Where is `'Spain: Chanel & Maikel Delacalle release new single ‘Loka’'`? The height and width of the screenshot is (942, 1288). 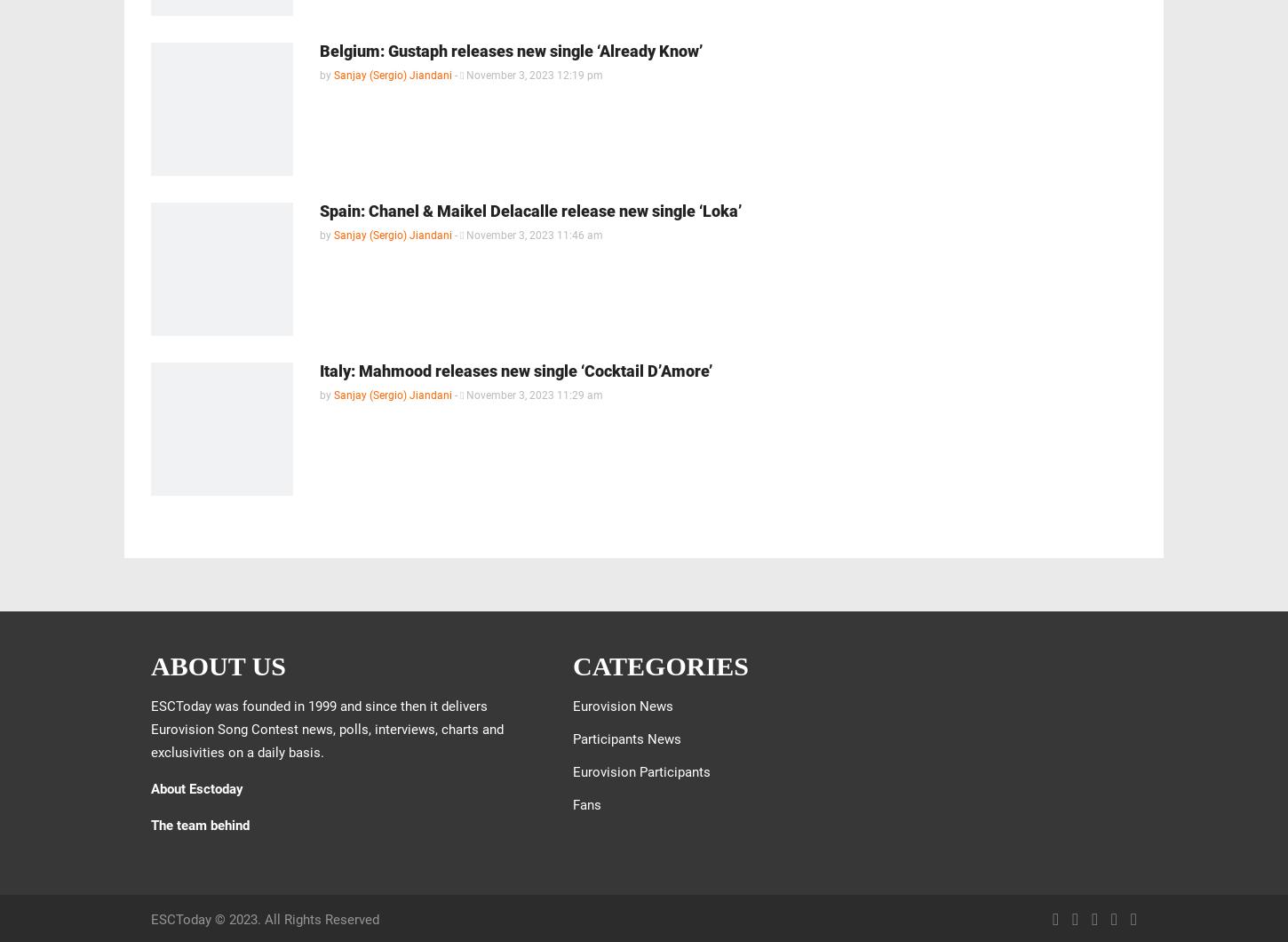
'Spain: Chanel & Maikel Delacalle release new single ‘Loka’' is located at coordinates (530, 210).